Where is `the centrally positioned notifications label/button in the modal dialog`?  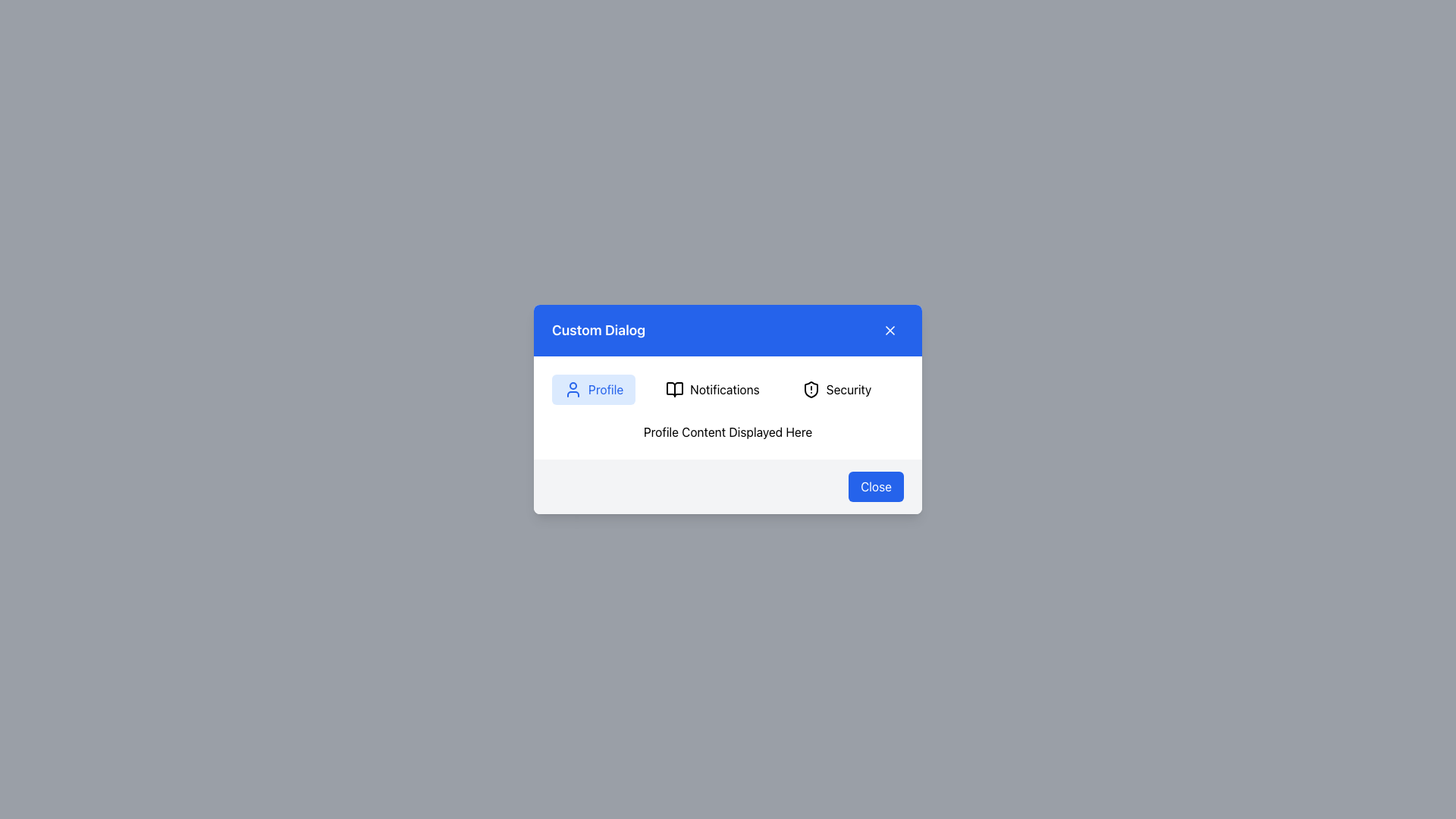
the centrally positioned notifications label/button in the modal dialog is located at coordinates (723, 388).